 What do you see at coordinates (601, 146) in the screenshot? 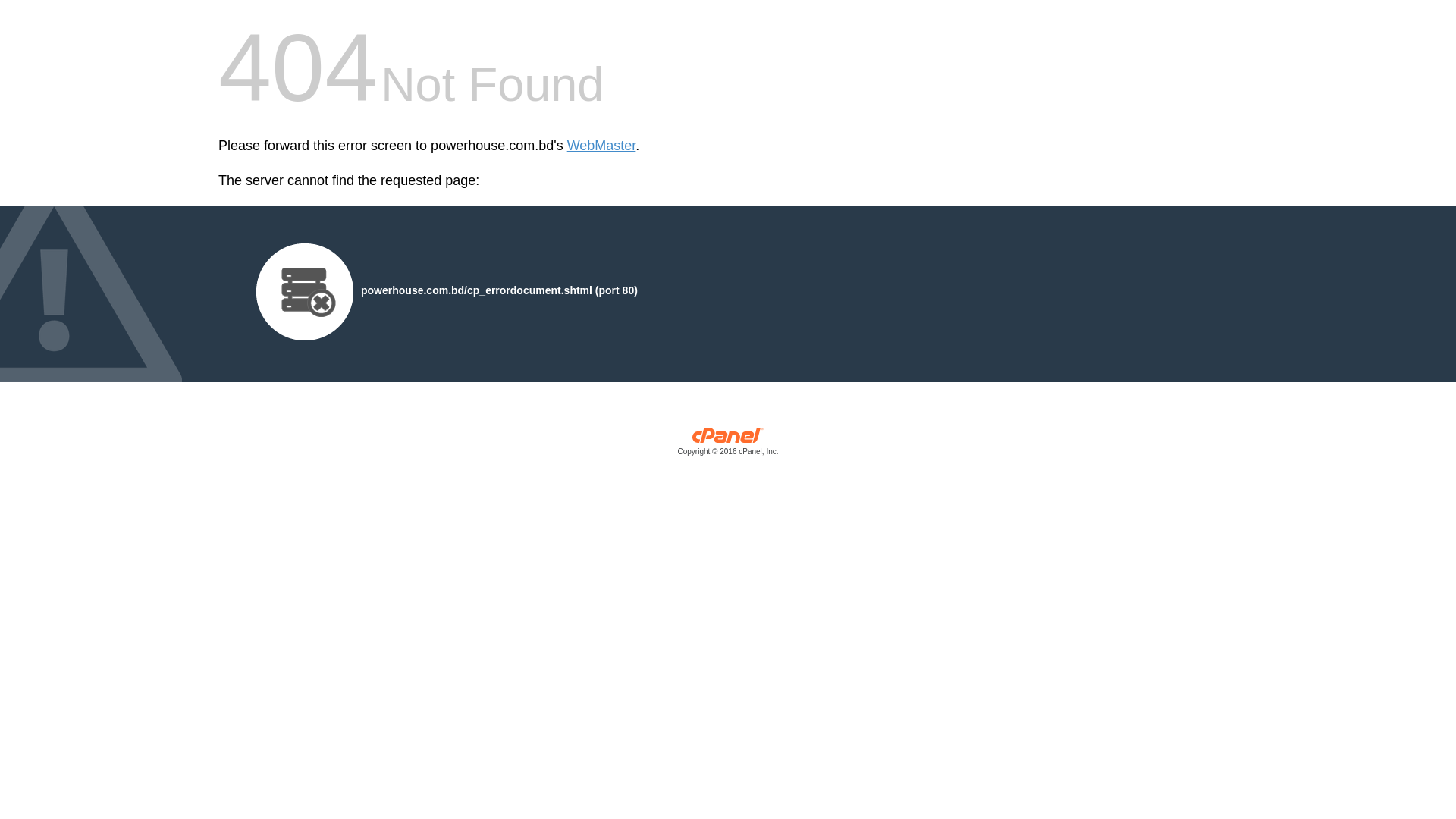
I see `'WebMaster'` at bounding box center [601, 146].